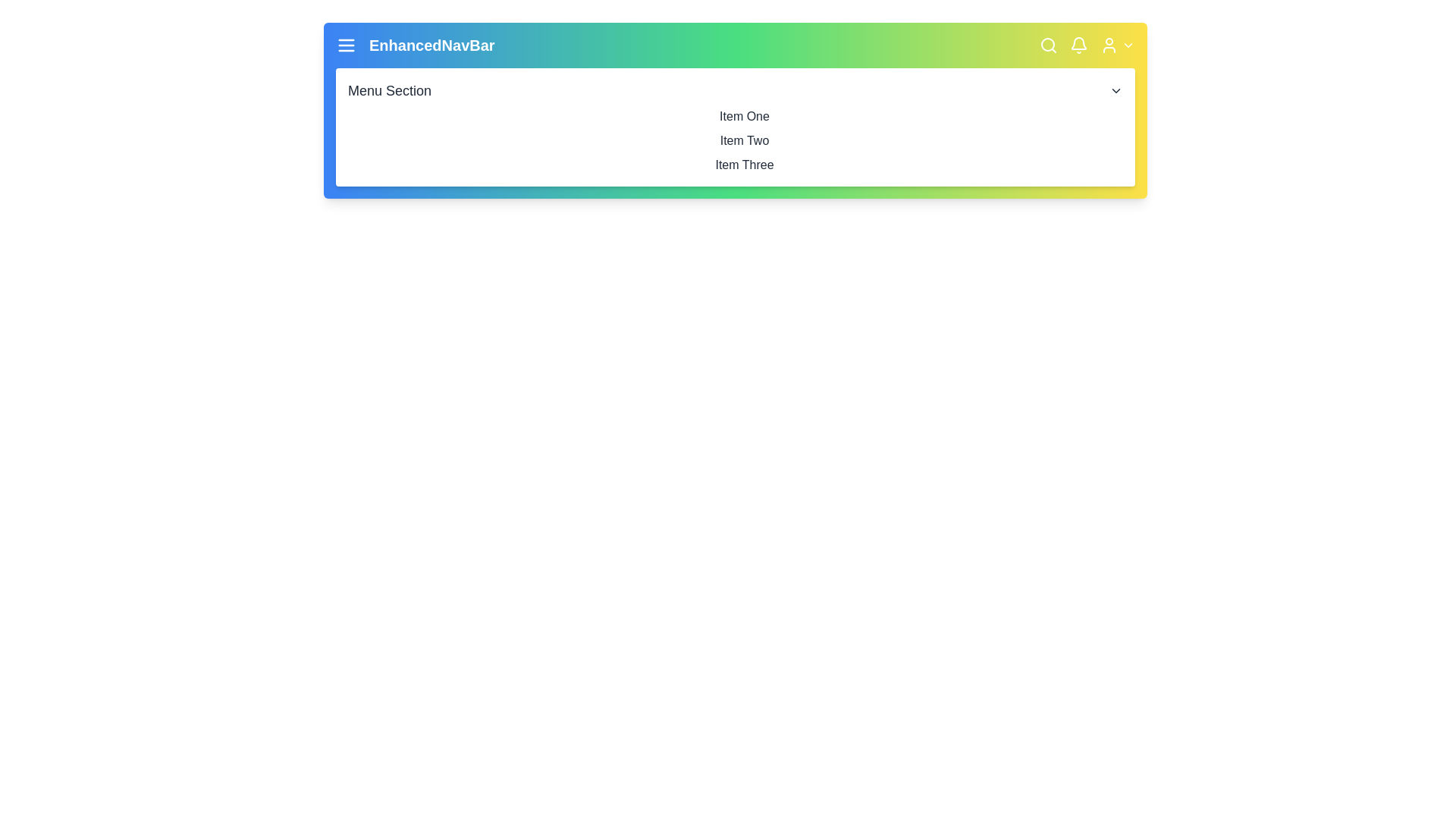 This screenshot has width=1456, height=819. I want to click on the 'Search' icon to initiate a search, so click(1047, 45).